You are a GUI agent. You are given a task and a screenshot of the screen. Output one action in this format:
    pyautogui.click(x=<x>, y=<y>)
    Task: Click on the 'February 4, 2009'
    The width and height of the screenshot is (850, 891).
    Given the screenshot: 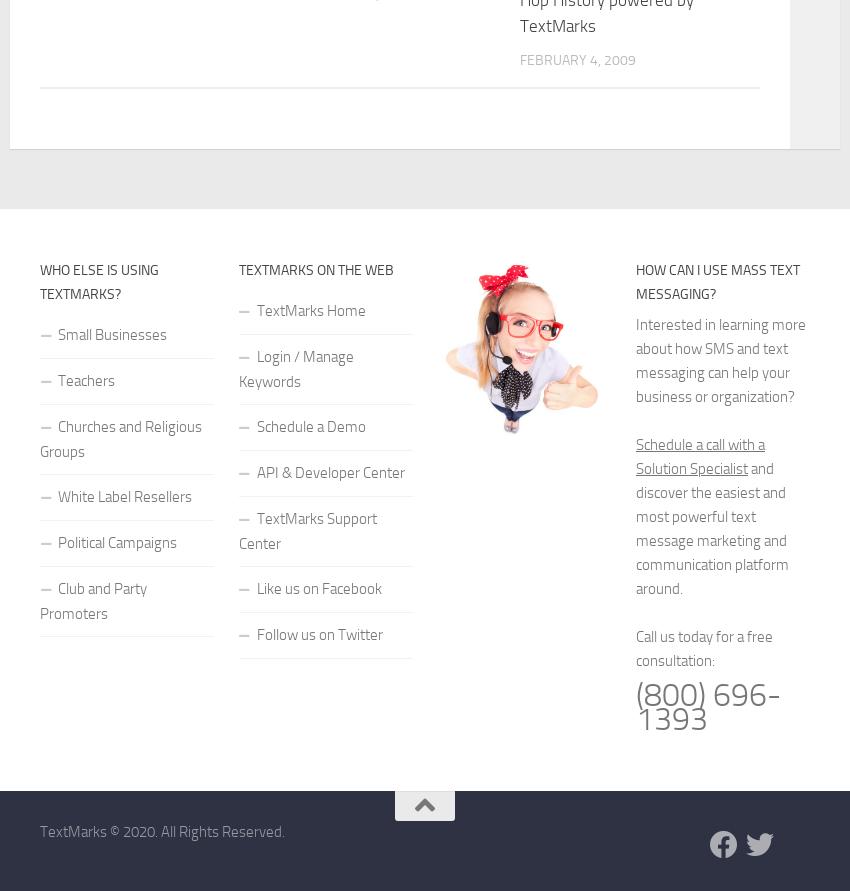 What is the action you would take?
    pyautogui.click(x=576, y=60)
    